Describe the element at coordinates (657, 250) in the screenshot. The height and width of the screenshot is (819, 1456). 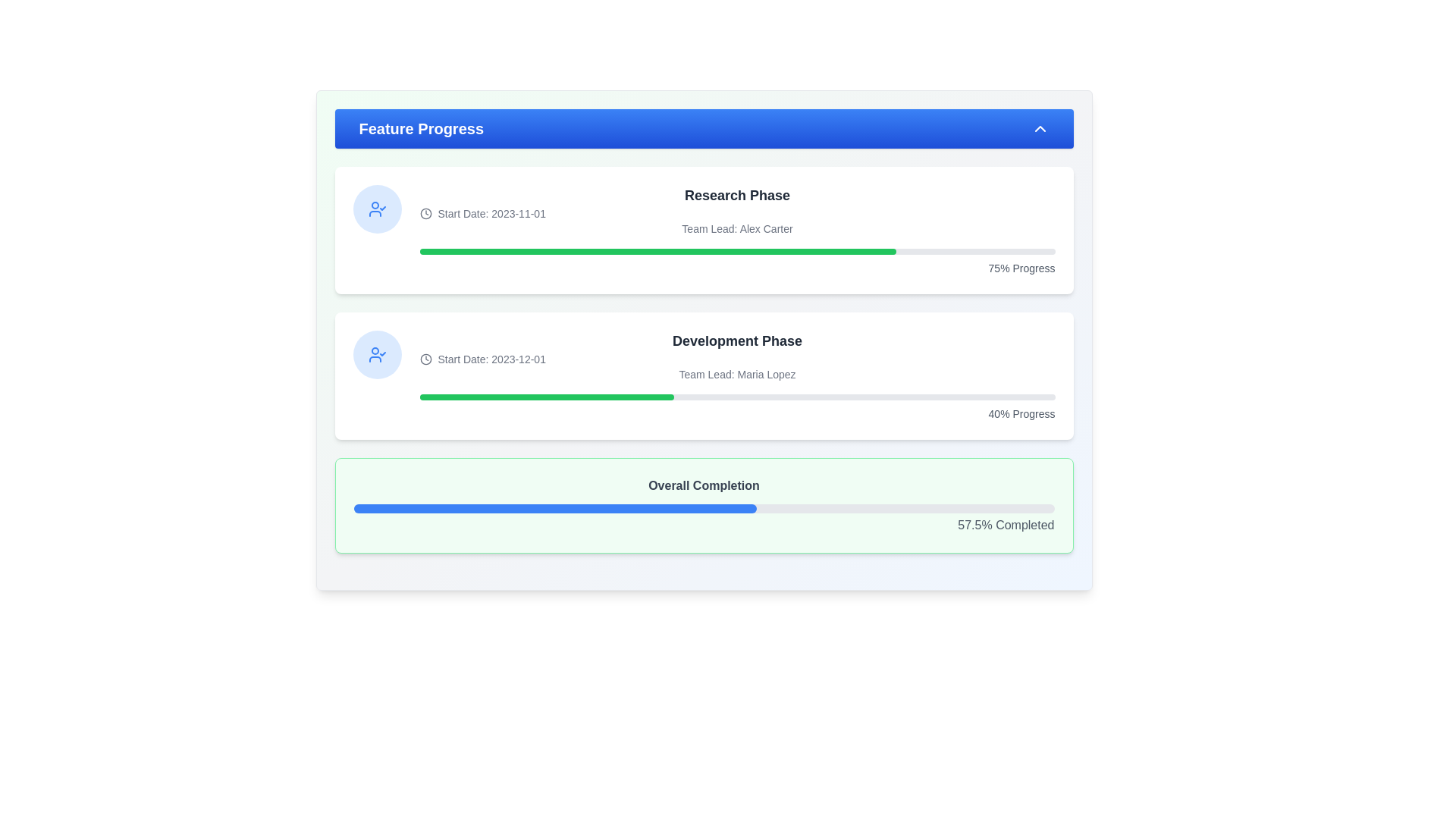
I see `the green progress bar representing 75% completion of the 'Research Phase' task, located at the top of the progress section` at that location.